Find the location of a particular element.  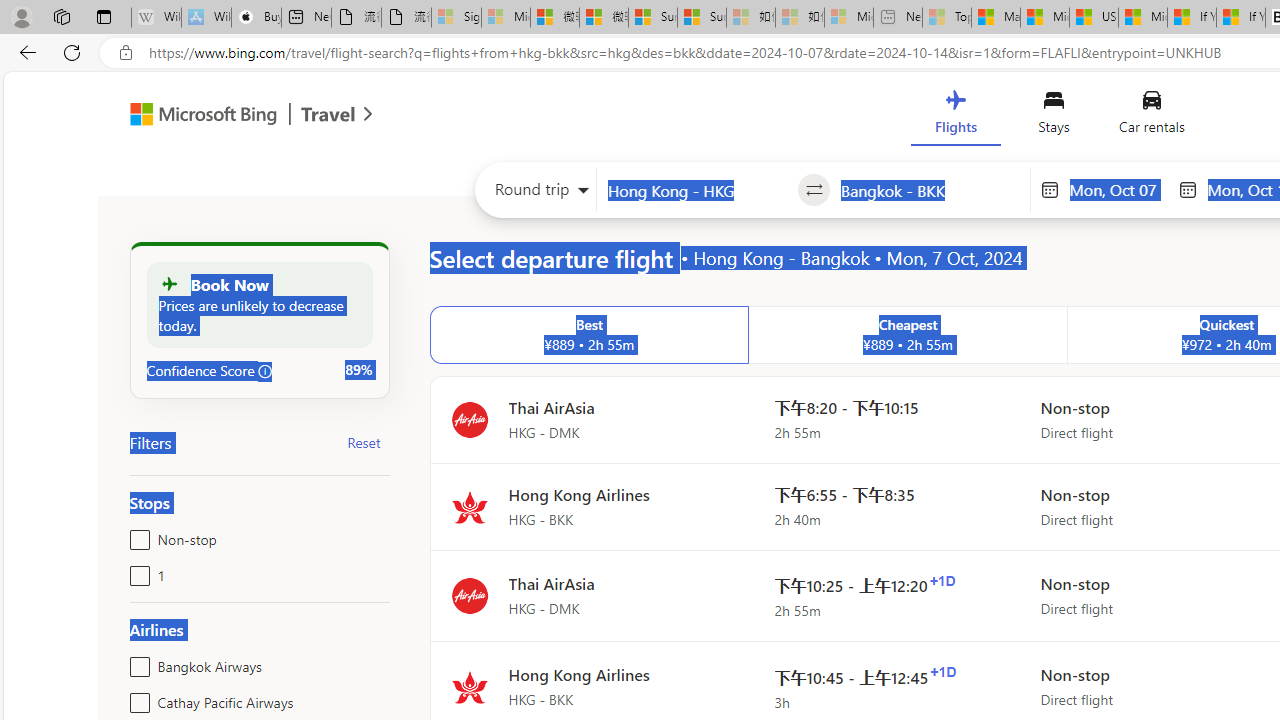

'Flights' is located at coordinates (954, 117).